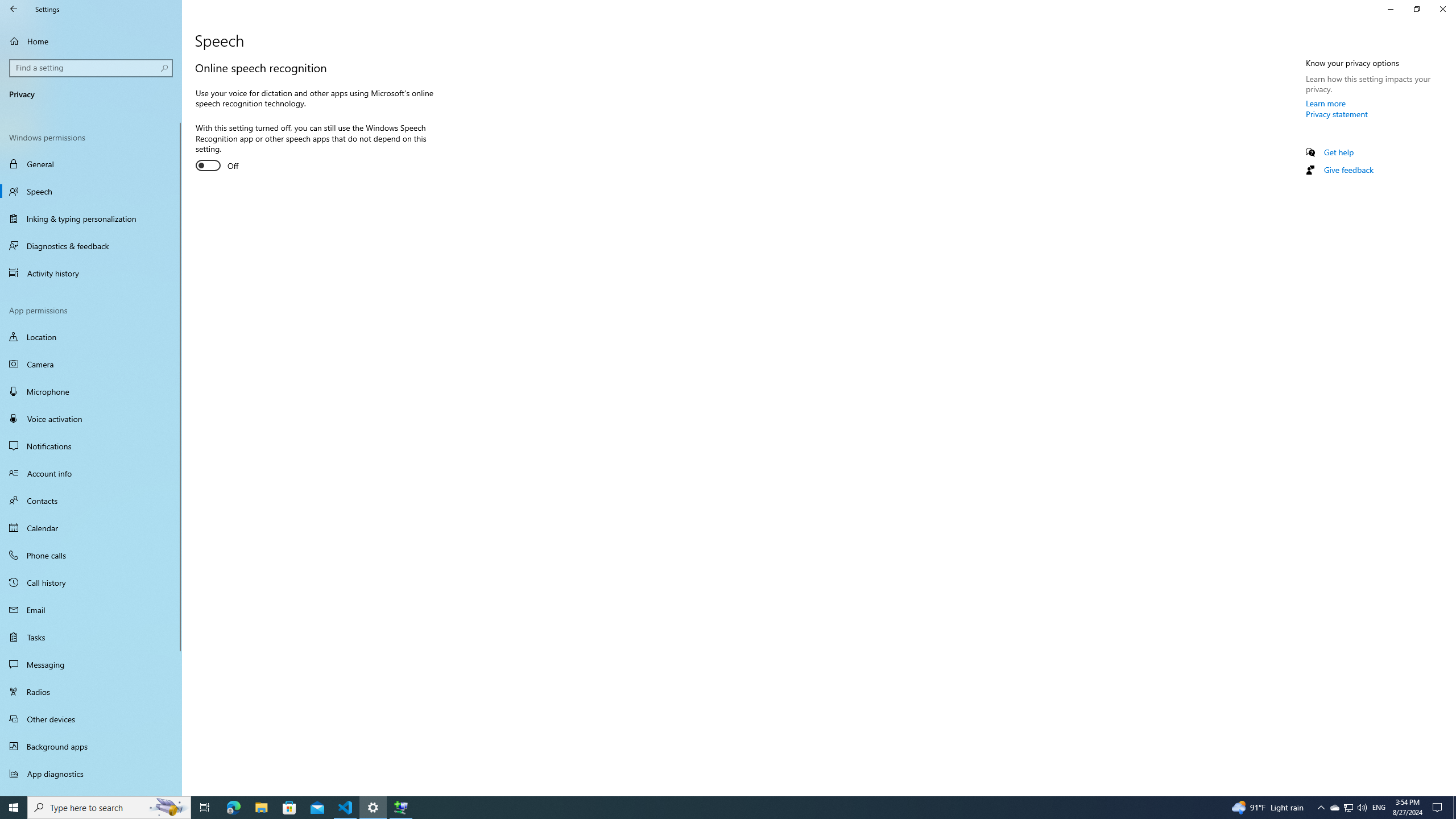 This screenshot has width=1456, height=819. I want to click on 'General', so click(90, 163).